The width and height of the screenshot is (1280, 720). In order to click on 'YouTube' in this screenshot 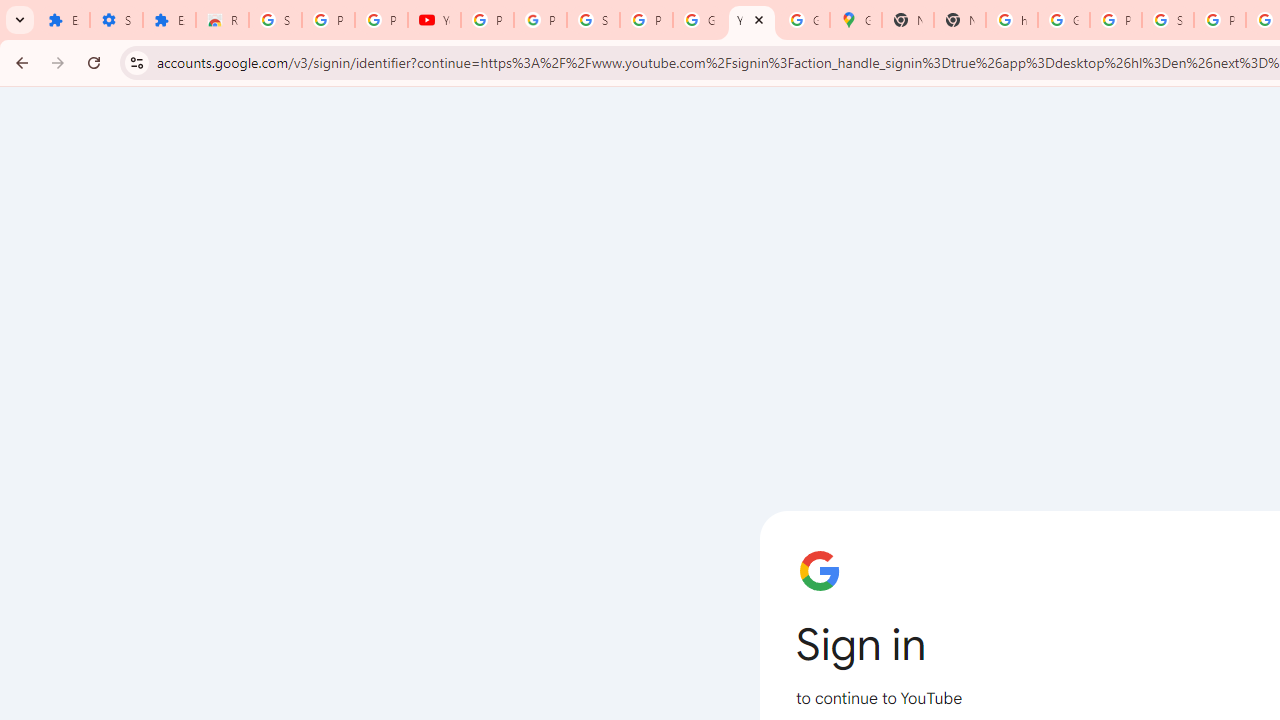, I will do `click(751, 20)`.